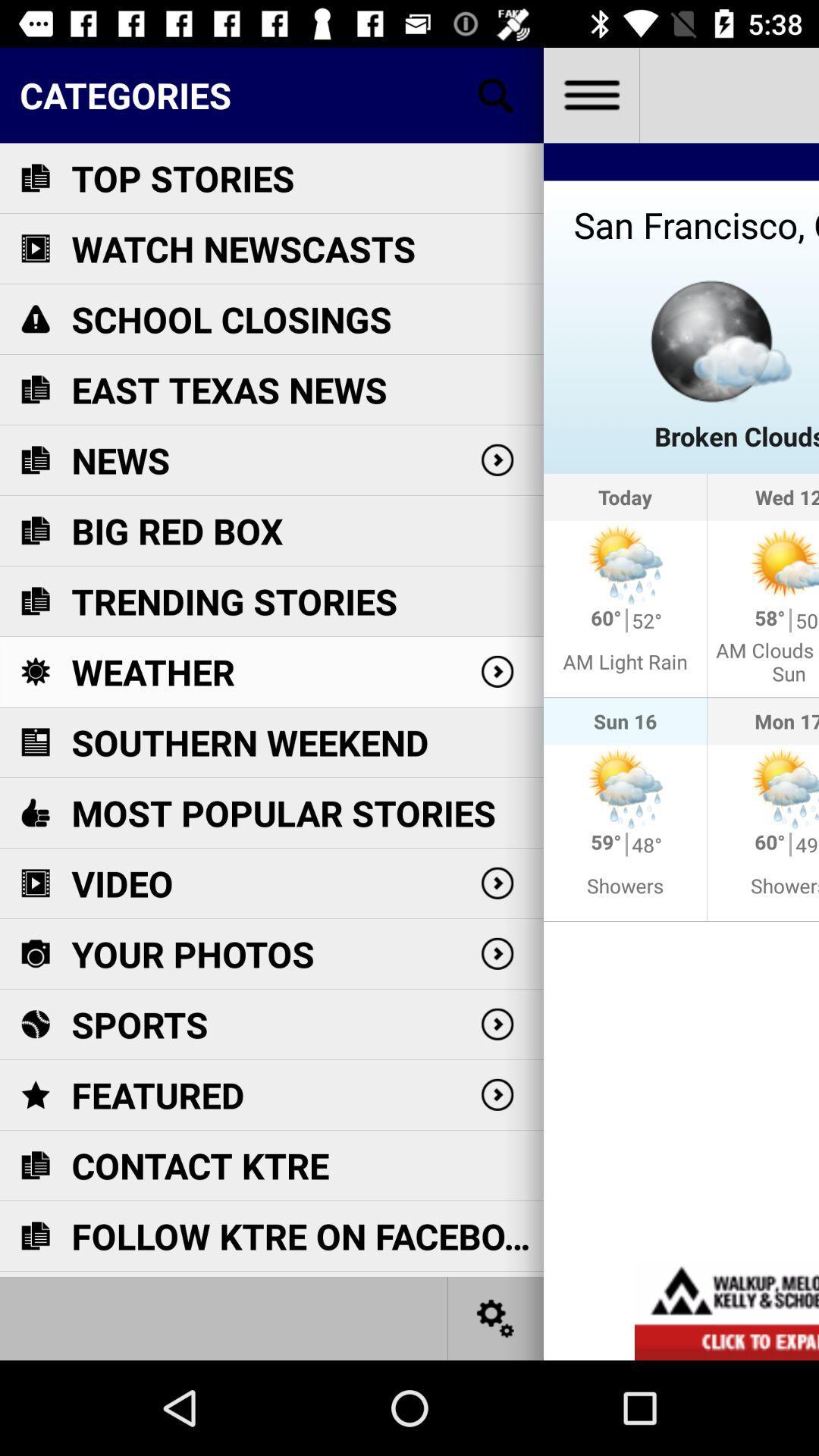 The height and width of the screenshot is (1456, 819). Describe the element at coordinates (726, 1310) in the screenshot. I see `click bottom advertisement` at that location.